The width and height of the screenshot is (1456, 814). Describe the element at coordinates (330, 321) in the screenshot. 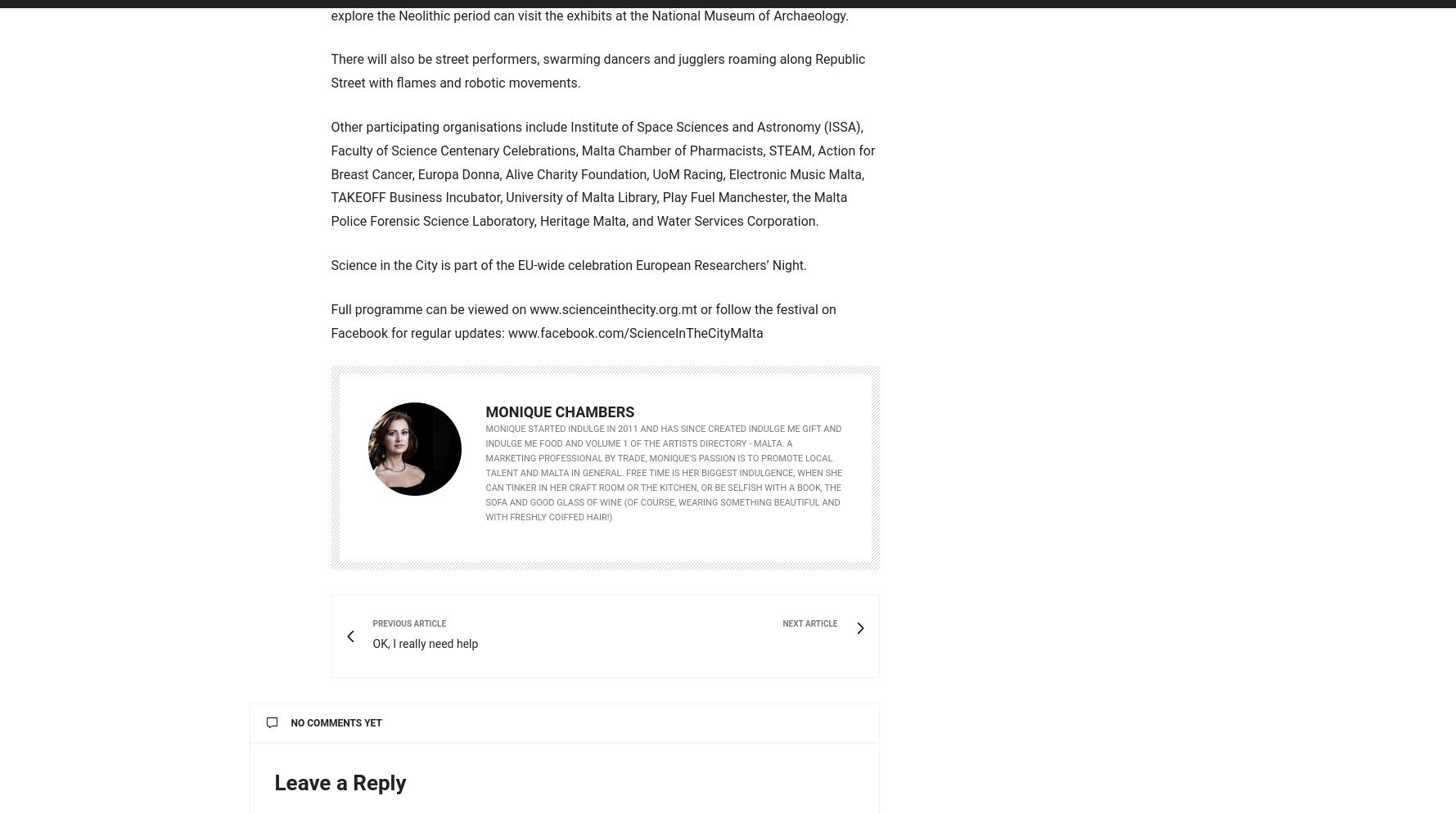

I see `'Full programme can be viewed on www.scienceinthecity.org.mt or follow the festival on Facebook for regular updates: www.facebook.com/ScienceInTheCityMalta'` at that location.